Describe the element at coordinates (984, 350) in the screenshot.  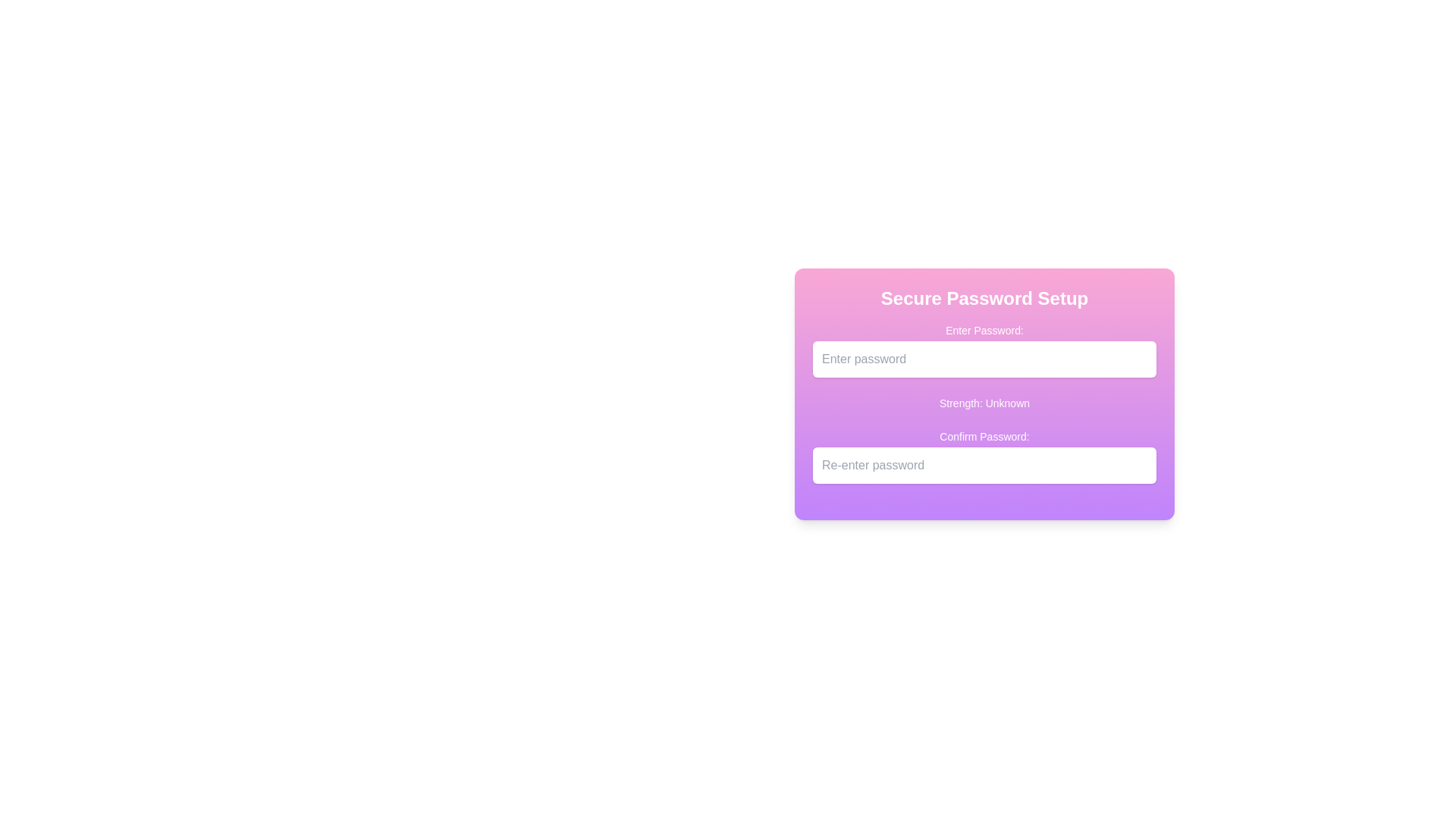
I see `the password input field labeled 'Enter Password:' to focus on it` at that location.